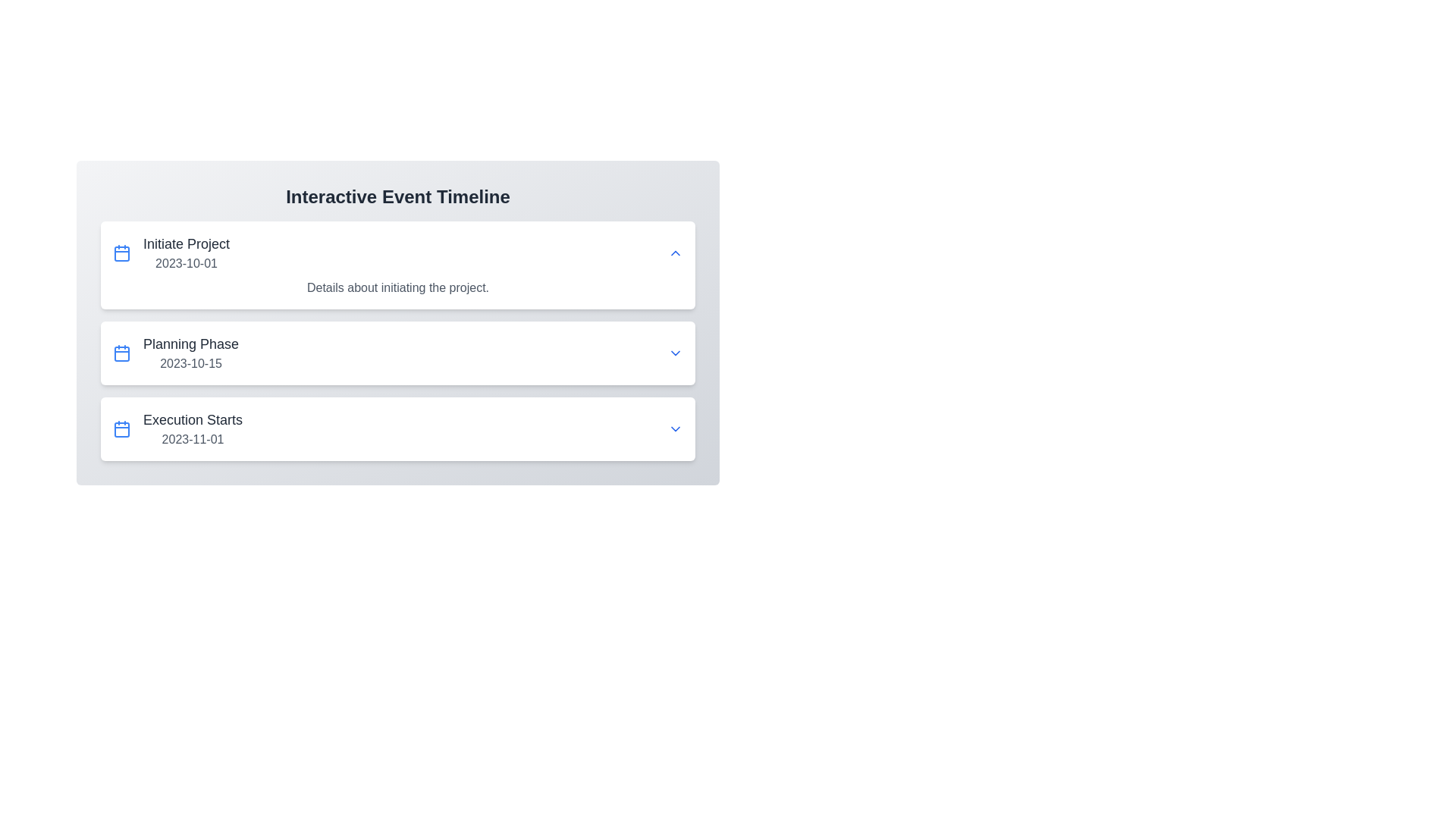  Describe the element at coordinates (397, 341) in the screenshot. I see `the downward arrow on the 'Planning Phase' timeline segment` at that location.